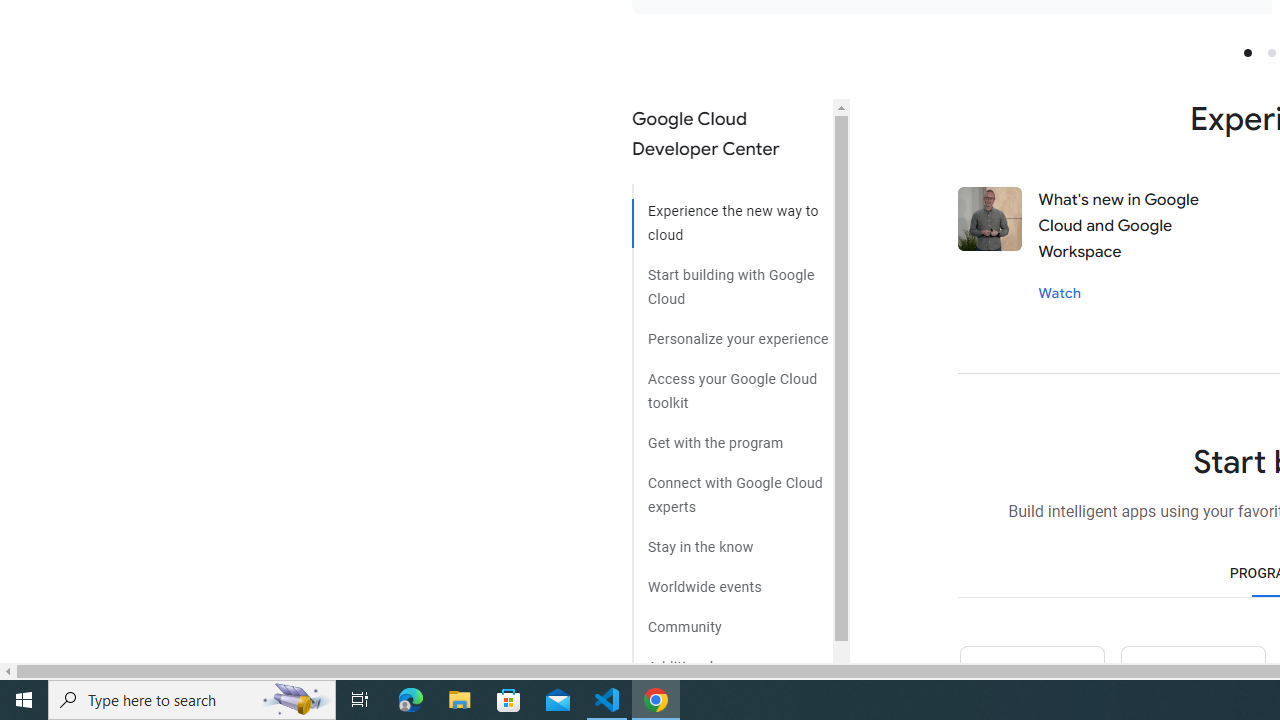 The width and height of the screenshot is (1280, 720). I want to click on 'Start building with Google Cloud', so click(731, 279).